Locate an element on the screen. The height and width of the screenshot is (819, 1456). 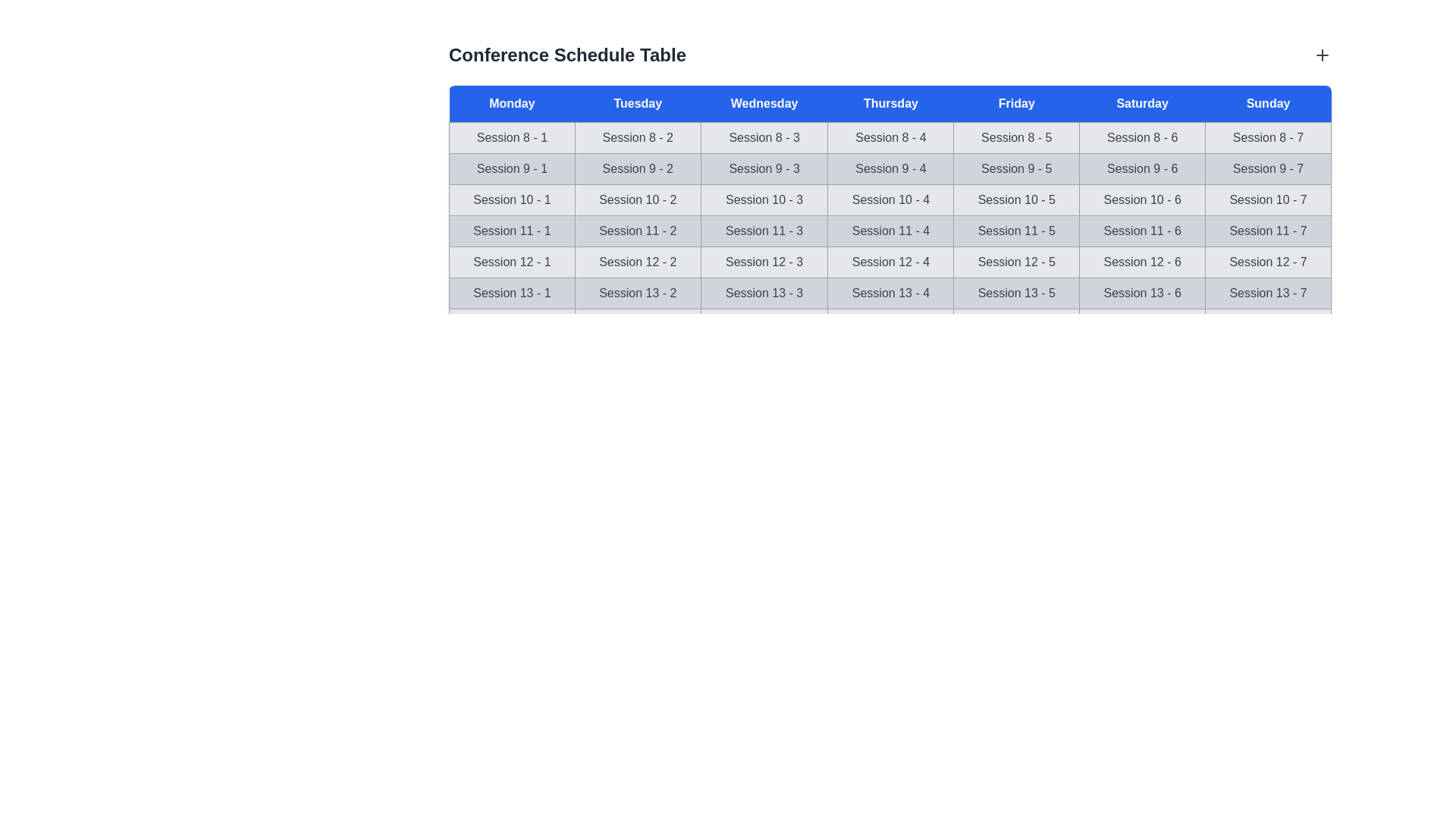
the plus icon to add a new item is located at coordinates (1321, 55).